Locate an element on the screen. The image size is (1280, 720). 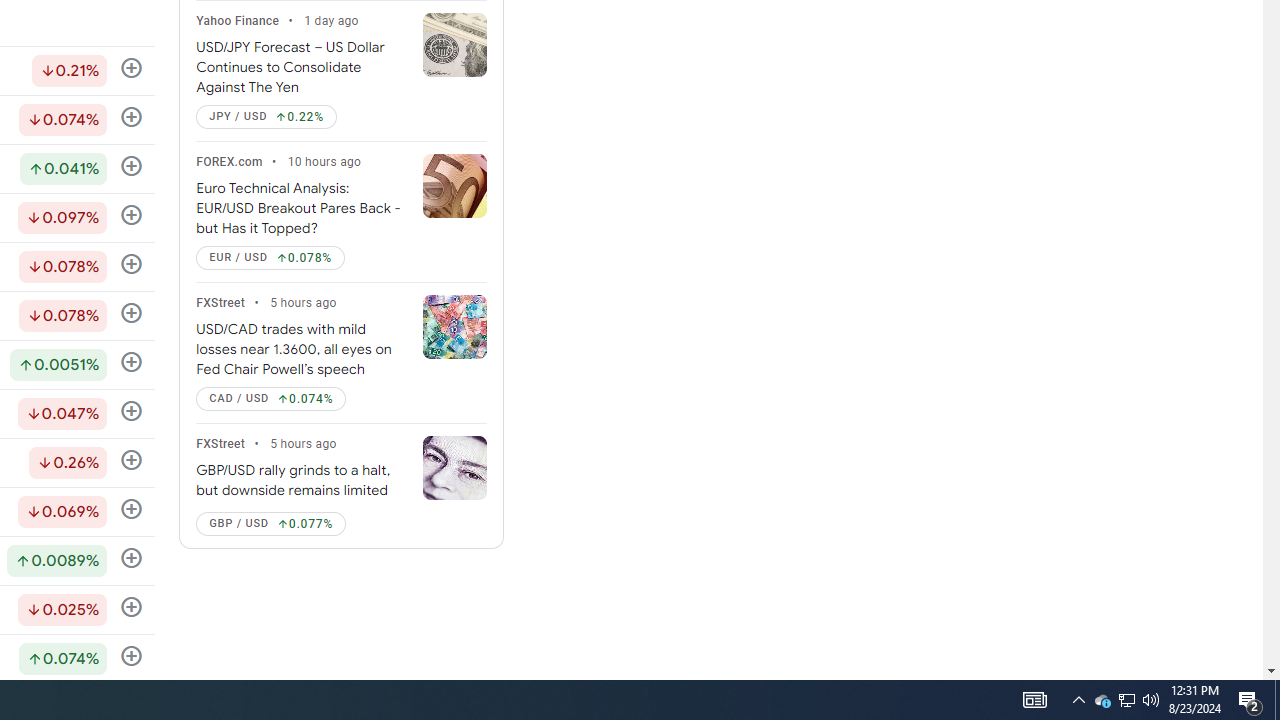
'Follow' is located at coordinates (130, 657).